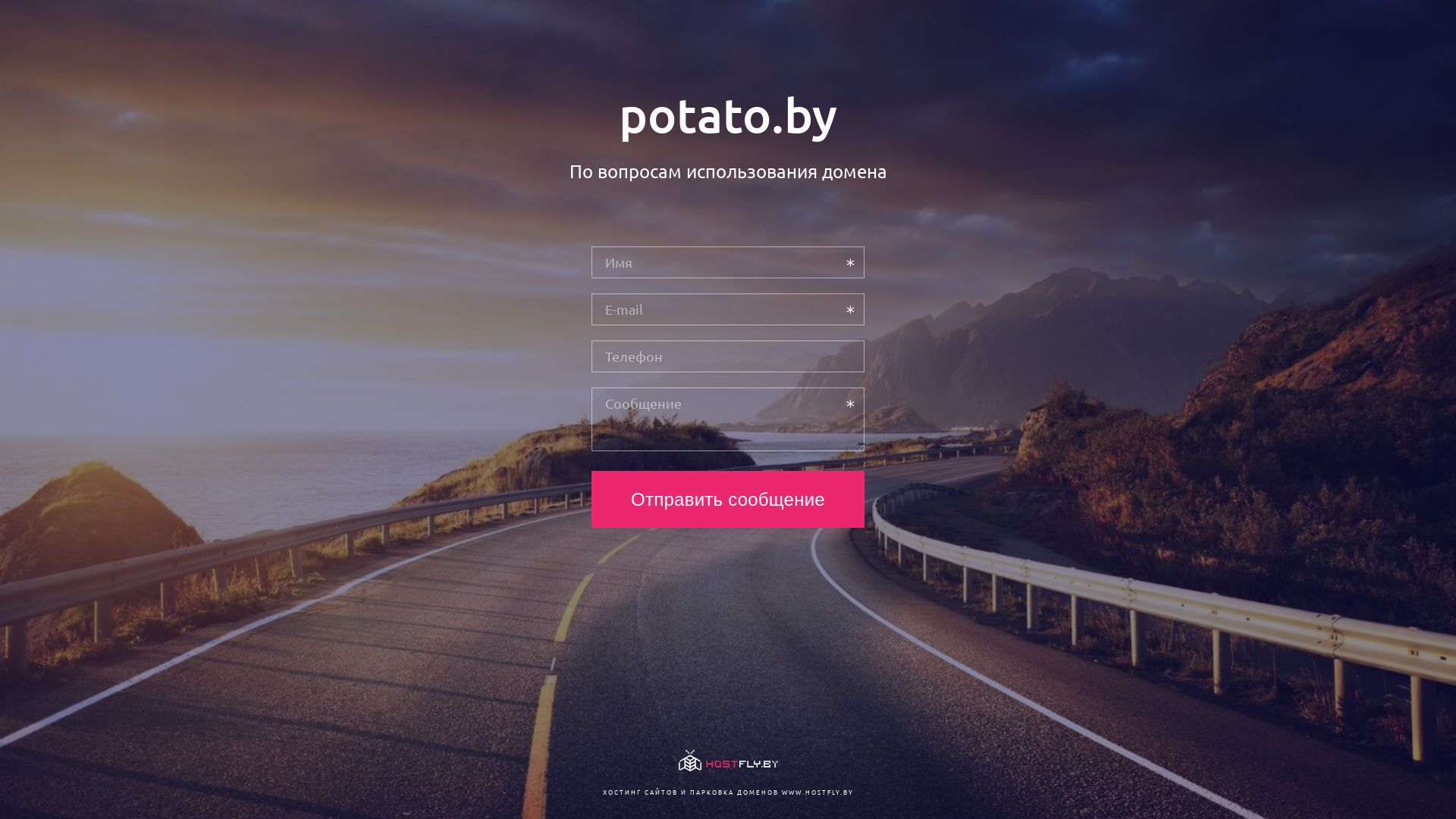  Describe the element at coordinates (816, 791) in the screenshot. I see `'WWW.HOSTFLY.BY'` at that location.